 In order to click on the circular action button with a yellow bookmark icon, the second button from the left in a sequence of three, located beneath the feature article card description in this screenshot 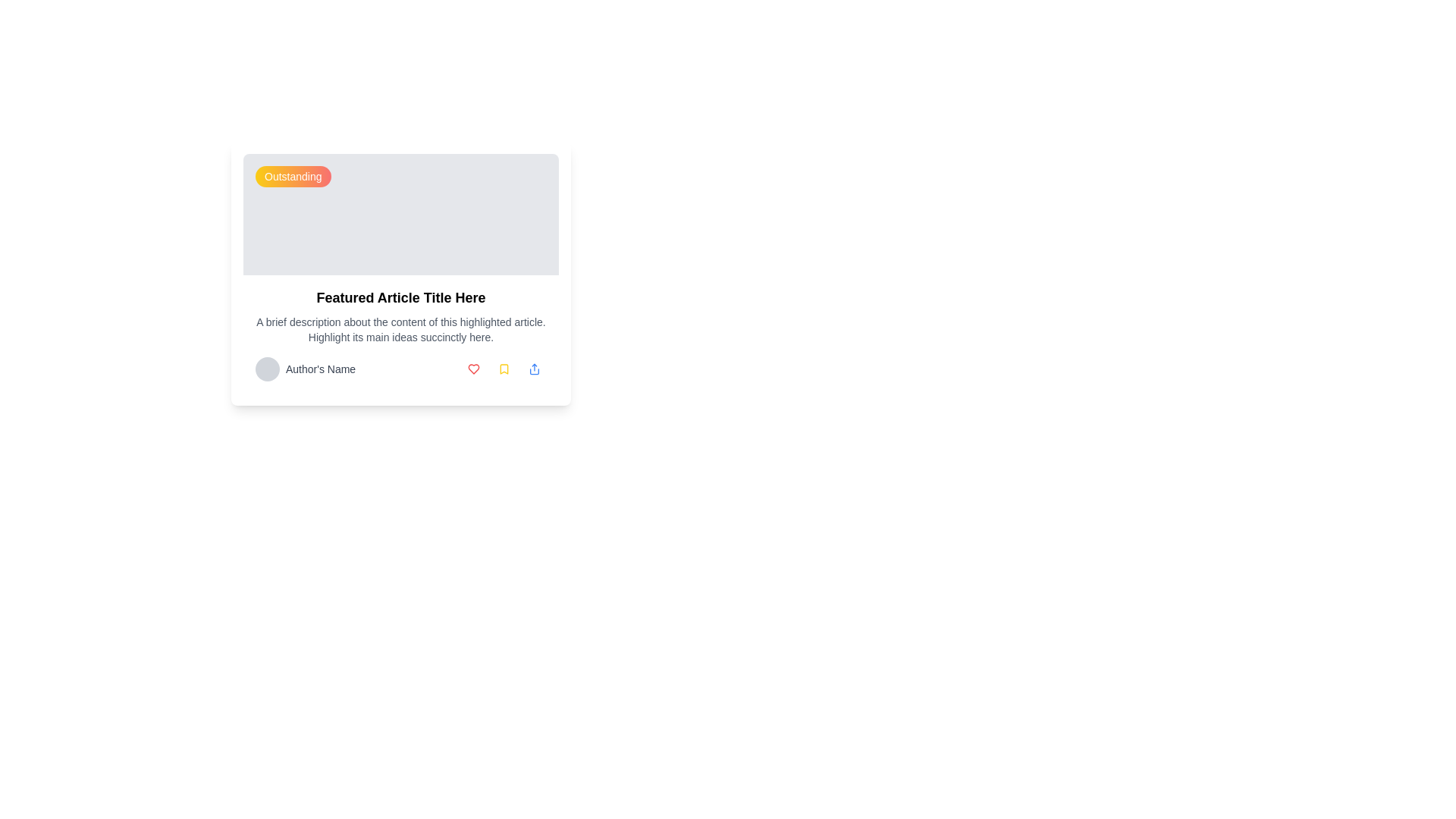, I will do `click(504, 369)`.